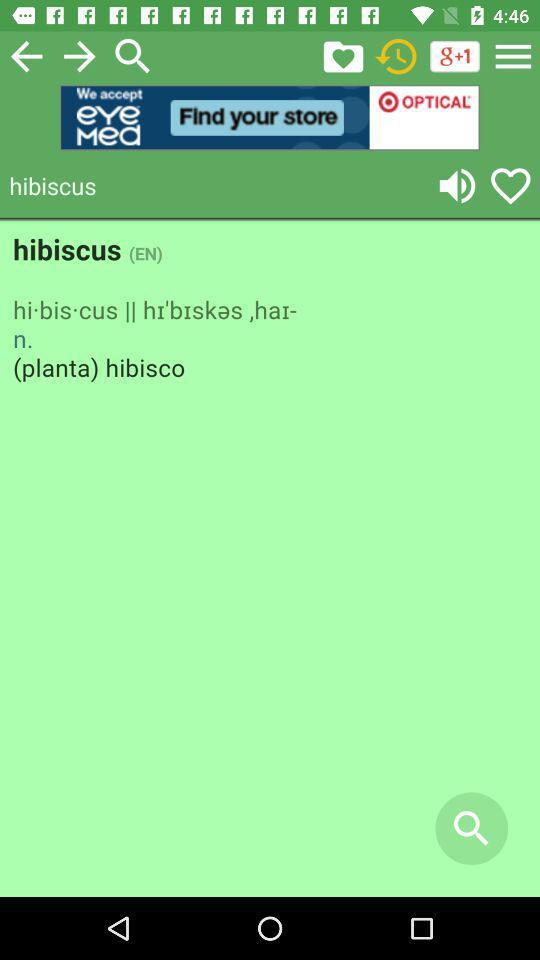 The height and width of the screenshot is (960, 540). Describe the element at coordinates (342, 55) in the screenshot. I see `folder button` at that location.